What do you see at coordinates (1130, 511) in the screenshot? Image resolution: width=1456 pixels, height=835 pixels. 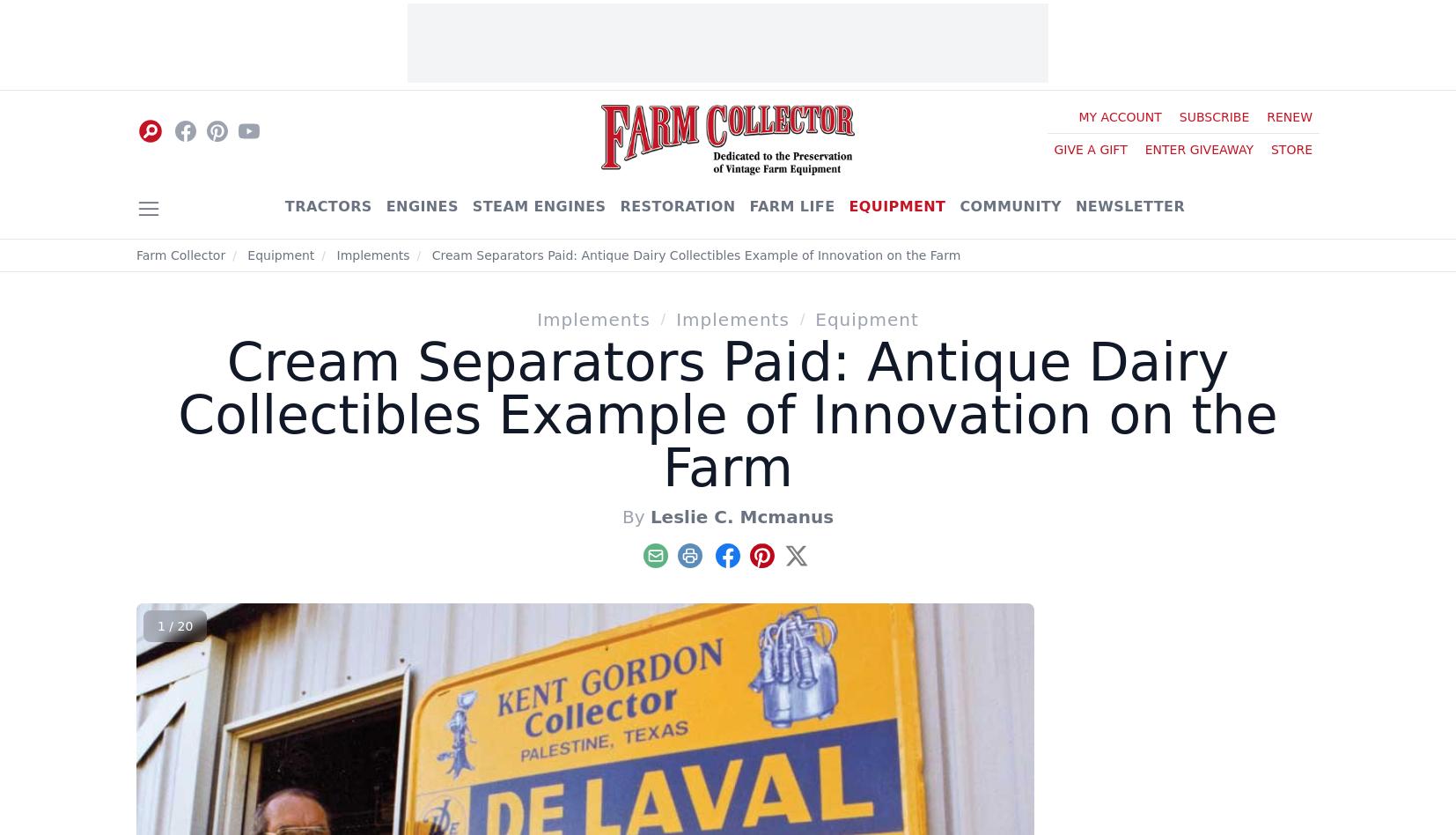 I see `'Ten Agricultural Inventions that Changed the Face of Farming in America'` at bounding box center [1130, 511].